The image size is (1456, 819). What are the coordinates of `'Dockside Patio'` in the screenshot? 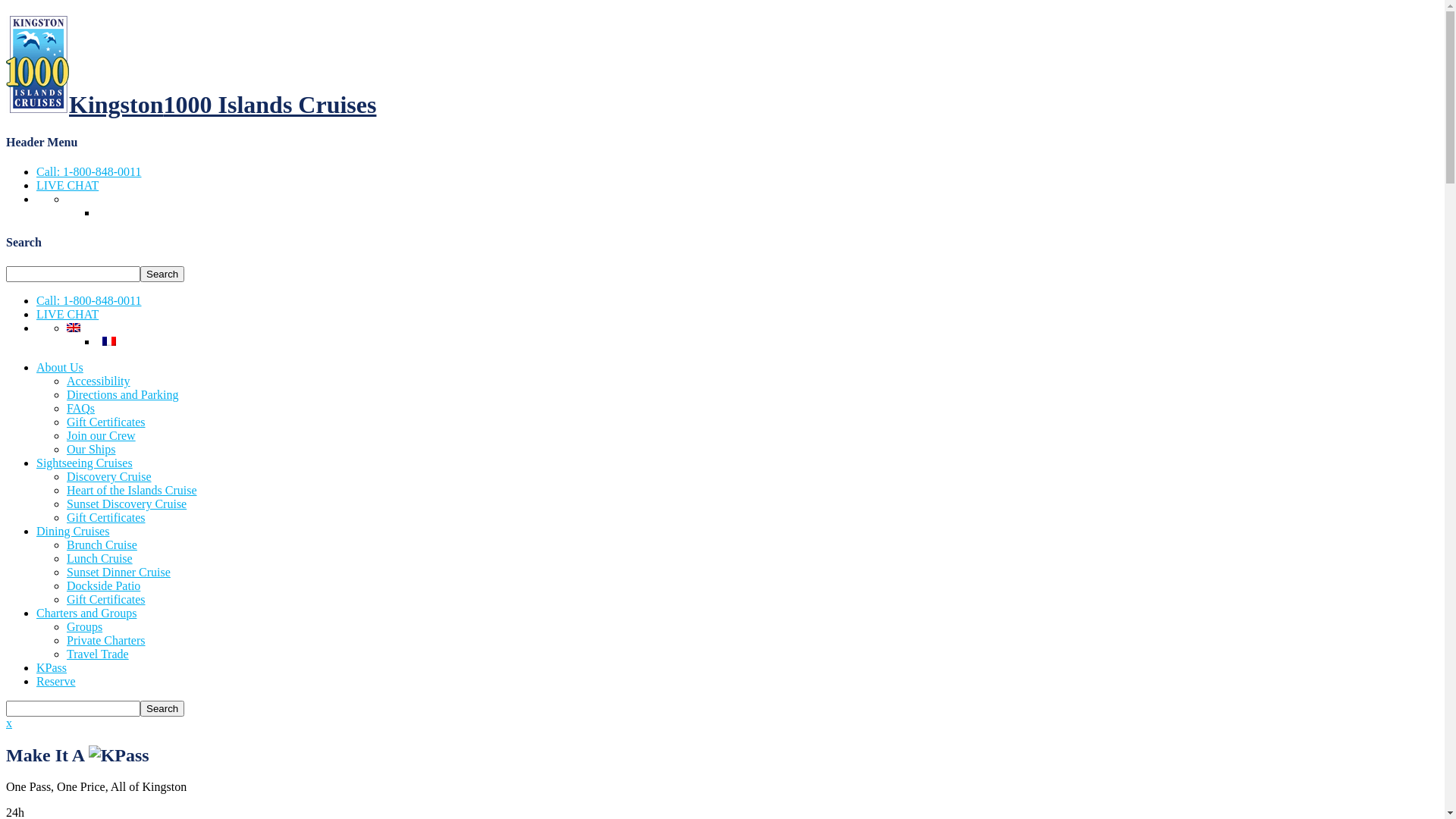 It's located at (102, 585).